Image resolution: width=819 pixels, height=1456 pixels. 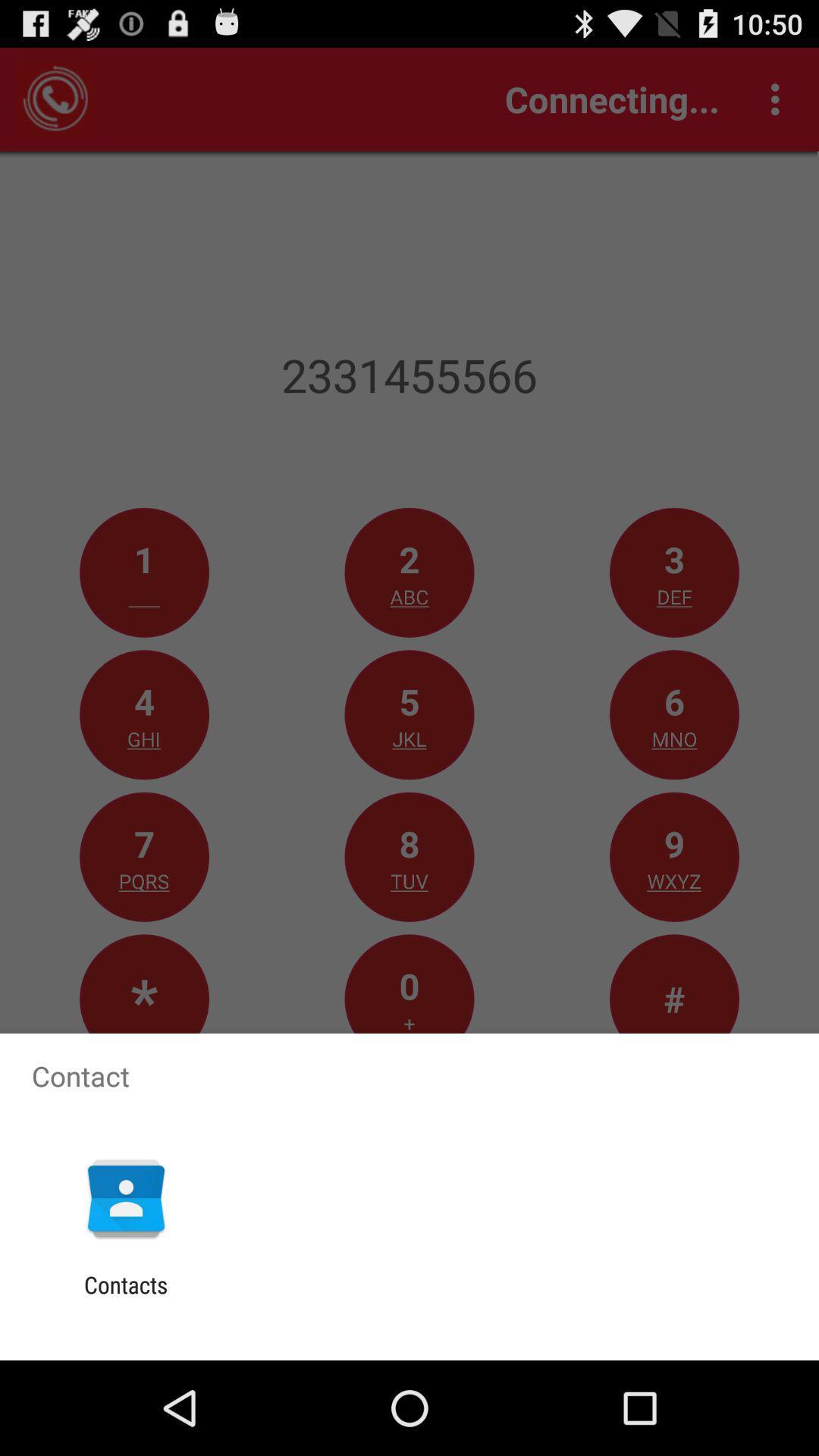 I want to click on contacts app, so click(x=125, y=1298).